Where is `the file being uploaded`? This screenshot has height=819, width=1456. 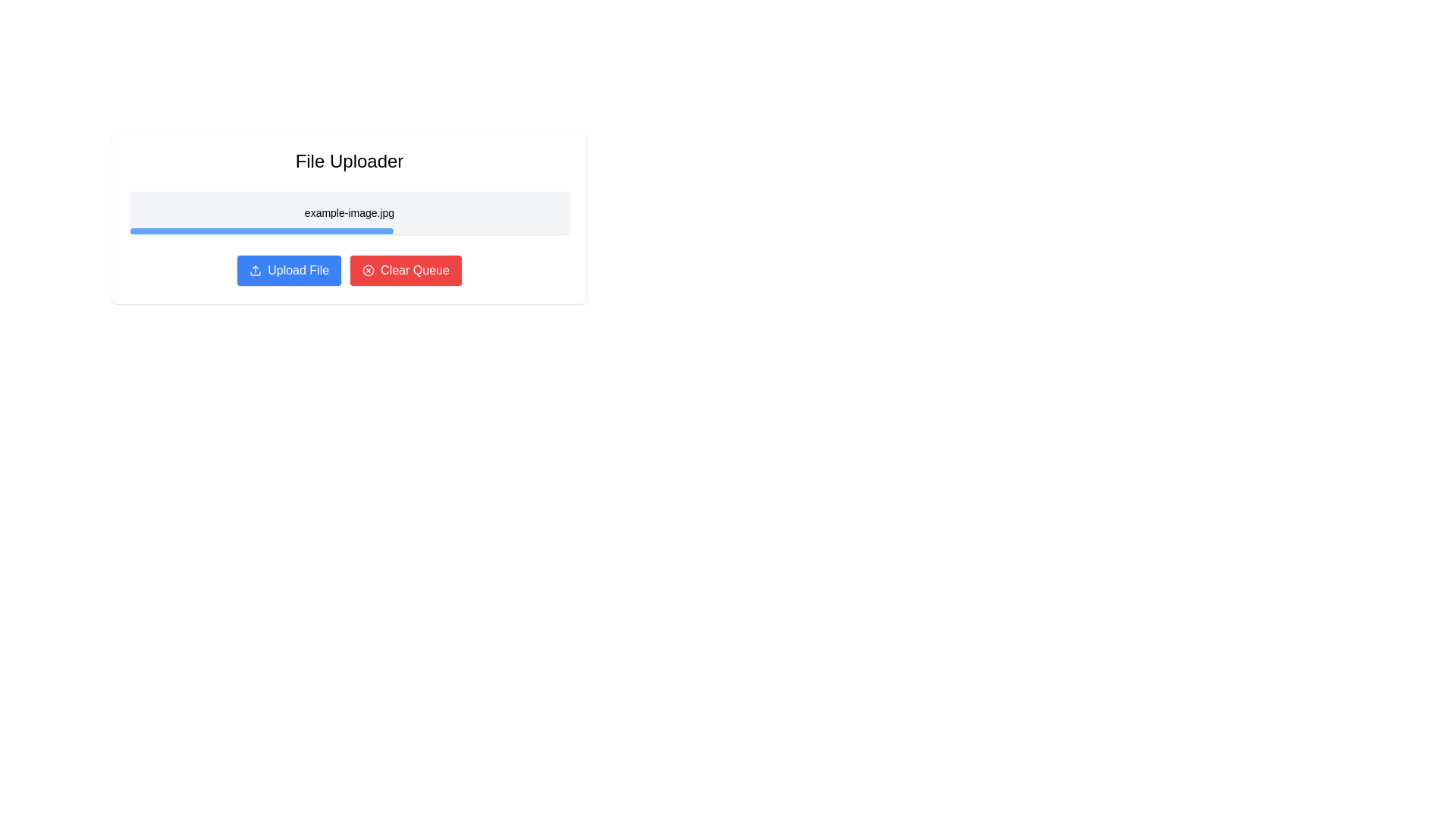
the file being uploaded is located at coordinates (348, 217).